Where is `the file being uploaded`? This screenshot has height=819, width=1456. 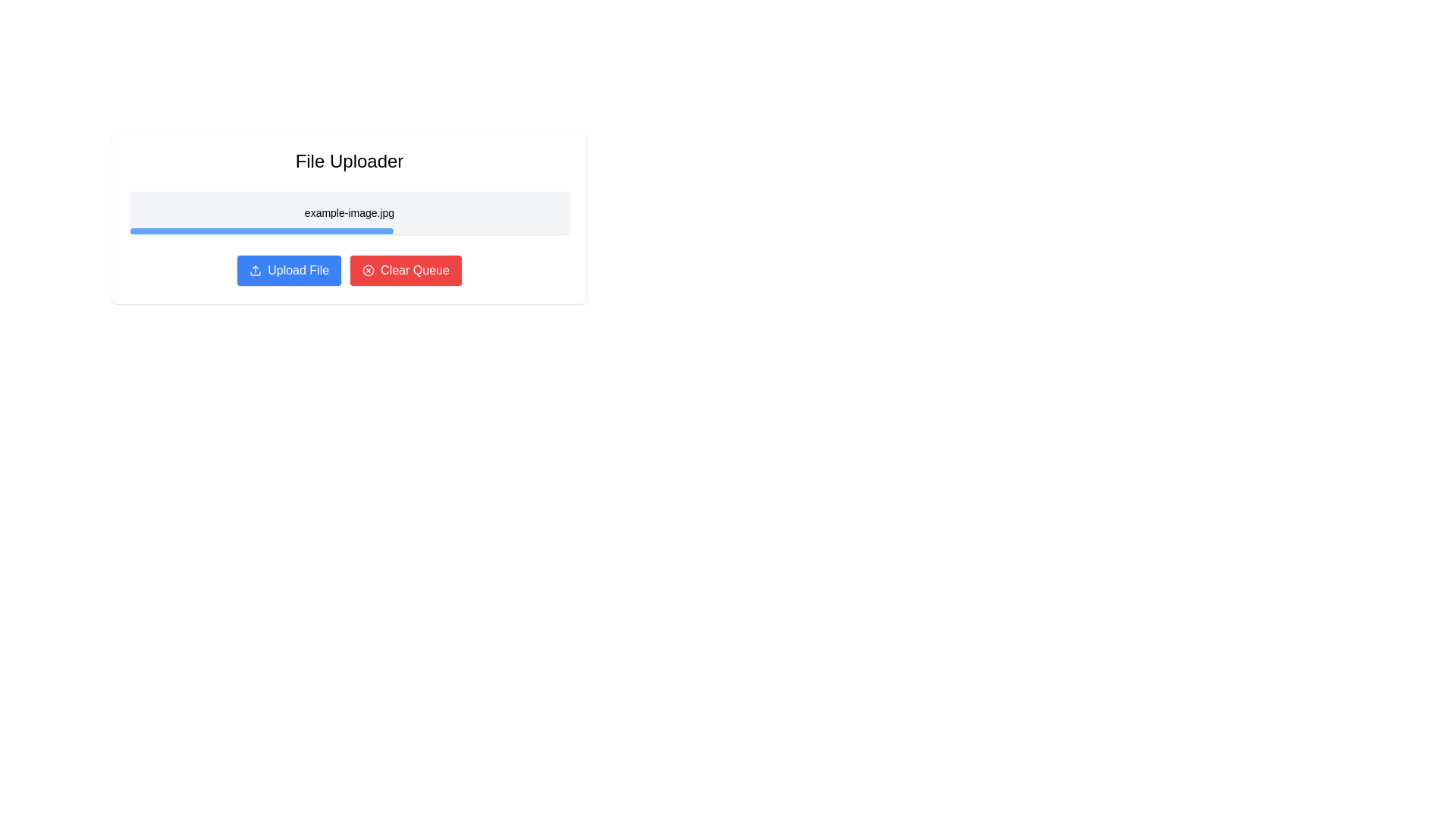
the file being uploaded is located at coordinates (348, 217).